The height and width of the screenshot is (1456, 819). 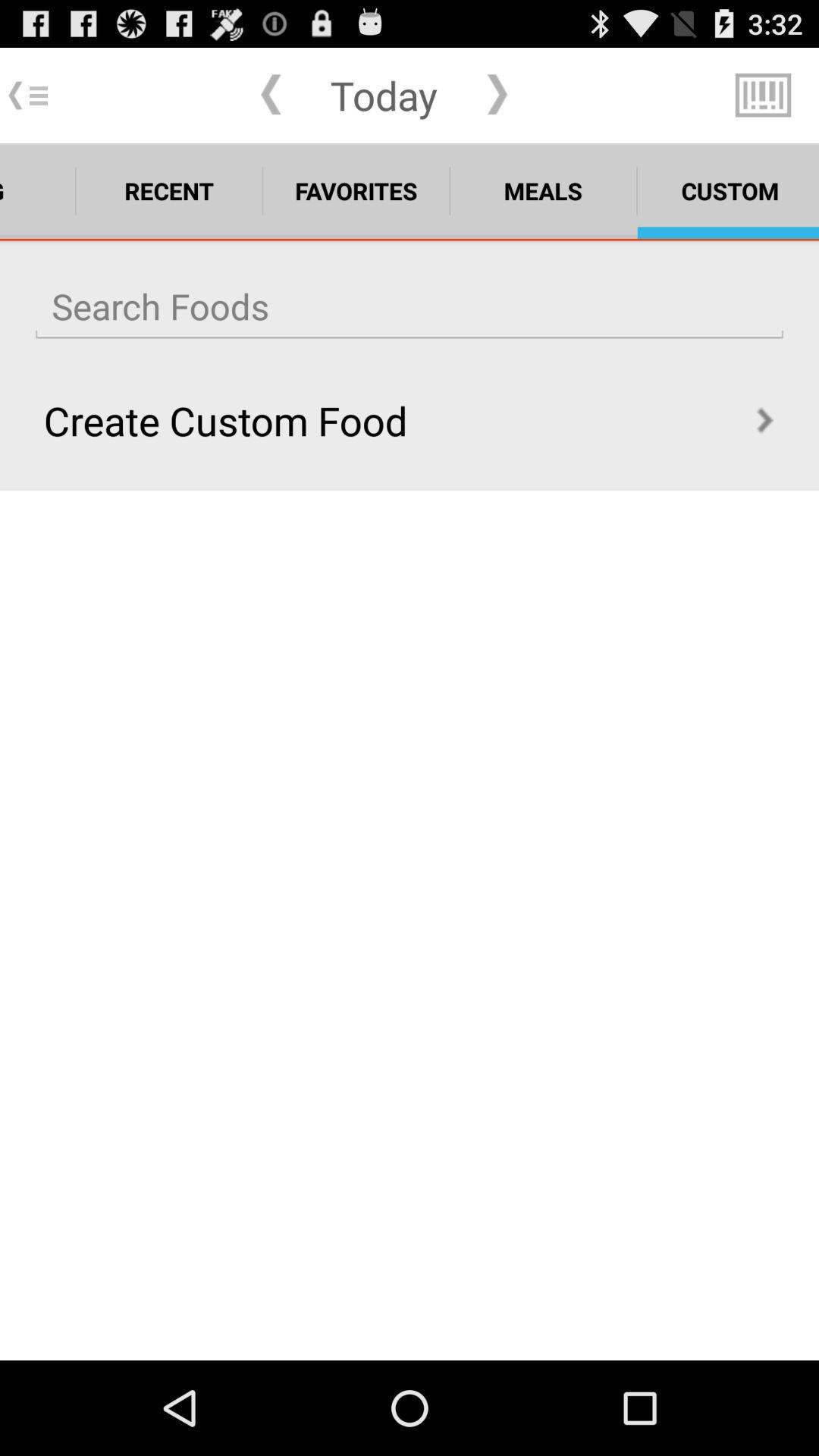 I want to click on today app, so click(x=383, y=94).